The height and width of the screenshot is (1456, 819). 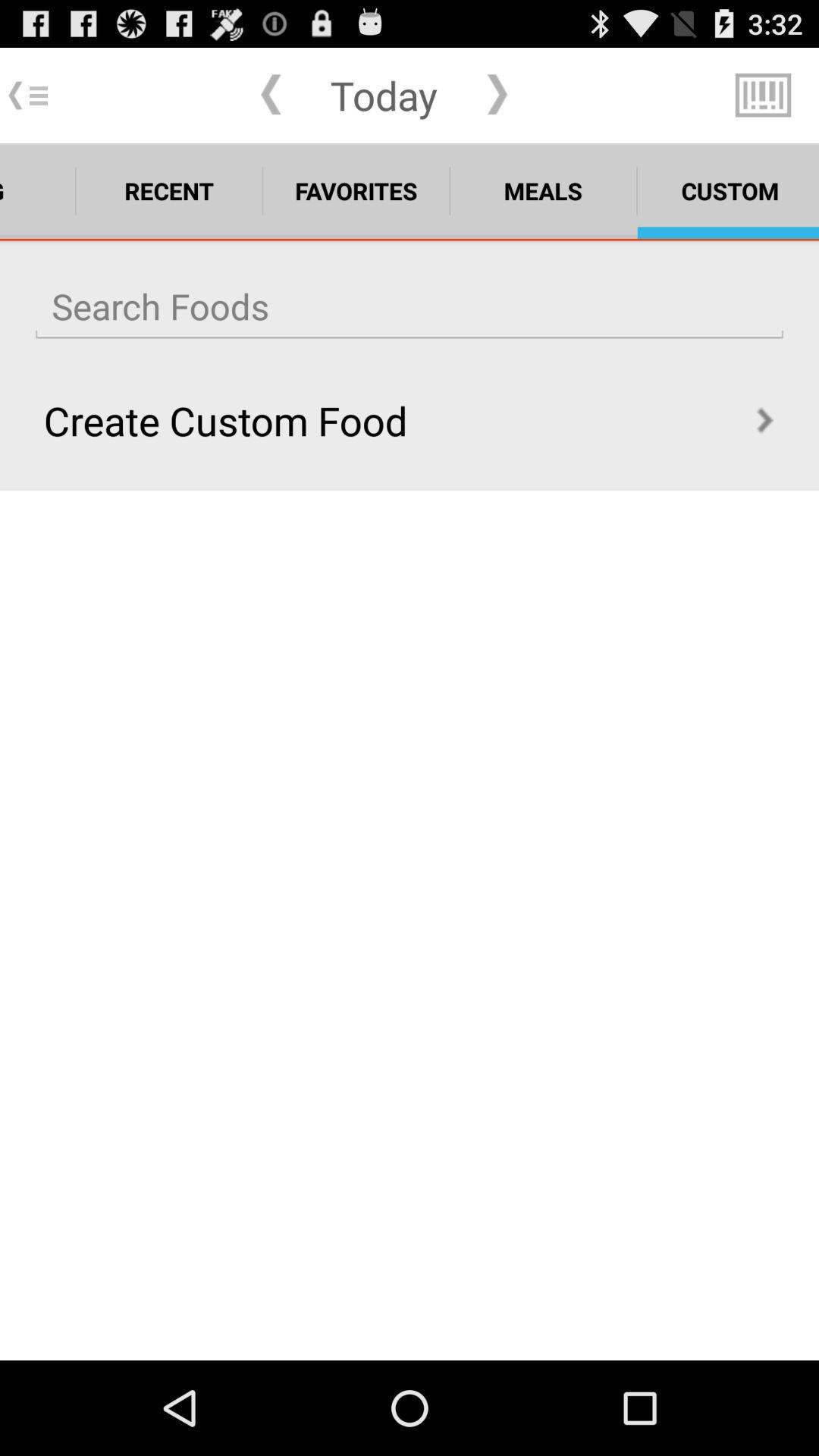 I want to click on today app, so click(x=383, y=94).